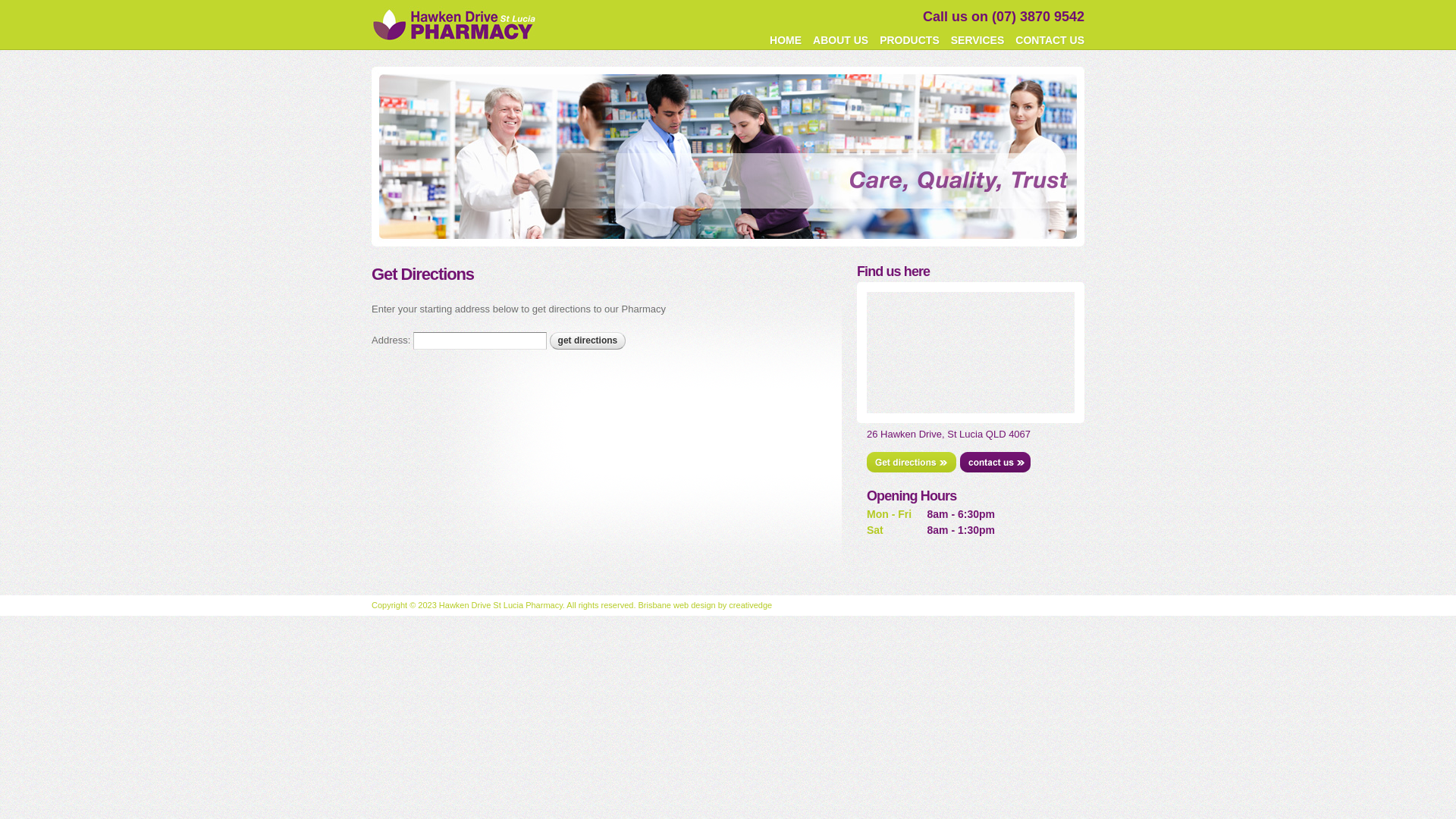 This screenshot has width=1456, height=819. I want to click on 'CONTACT US', so click(1049, 39).